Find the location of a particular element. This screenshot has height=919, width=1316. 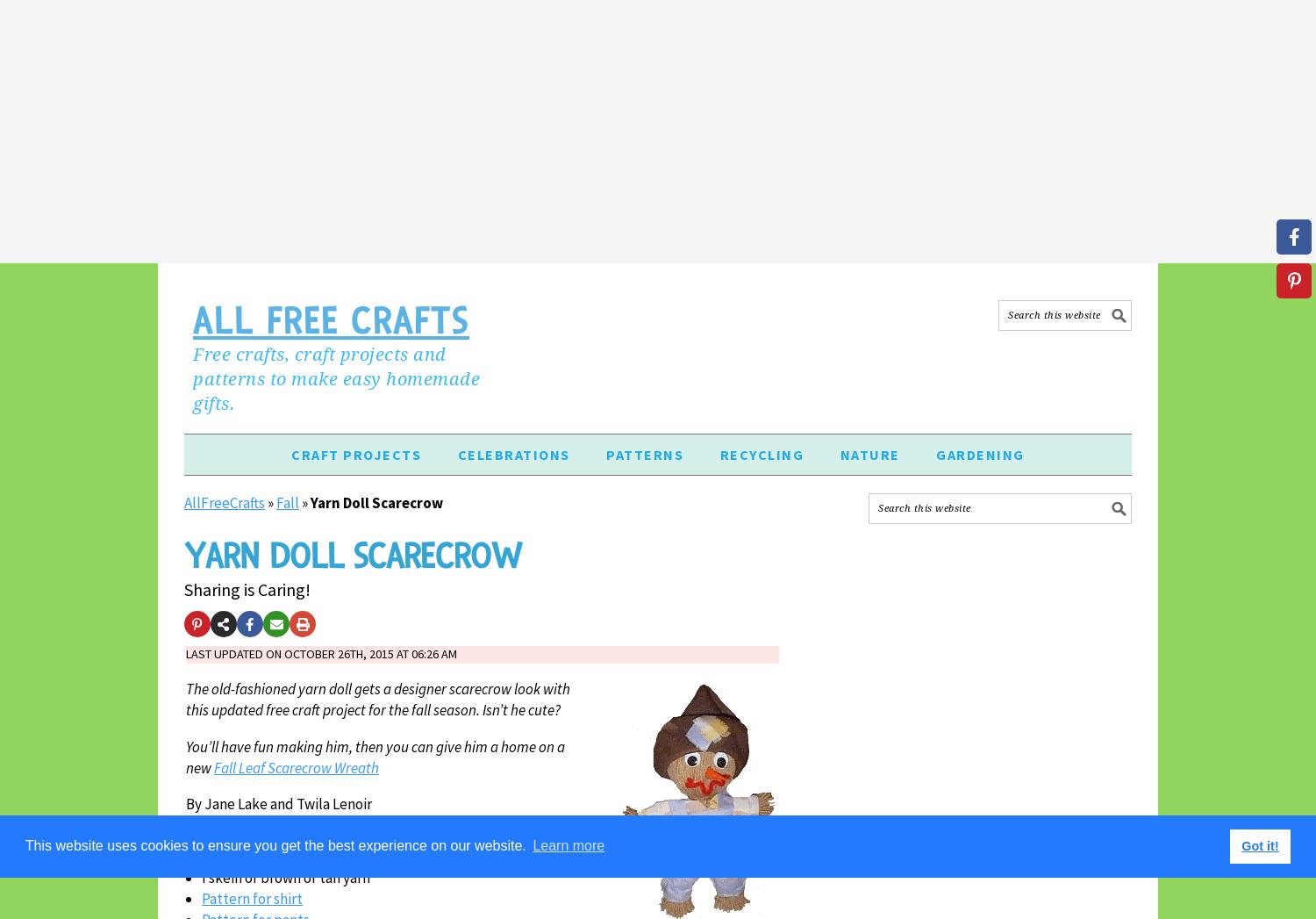

'Recycling' is located at coordinates (761, 453).